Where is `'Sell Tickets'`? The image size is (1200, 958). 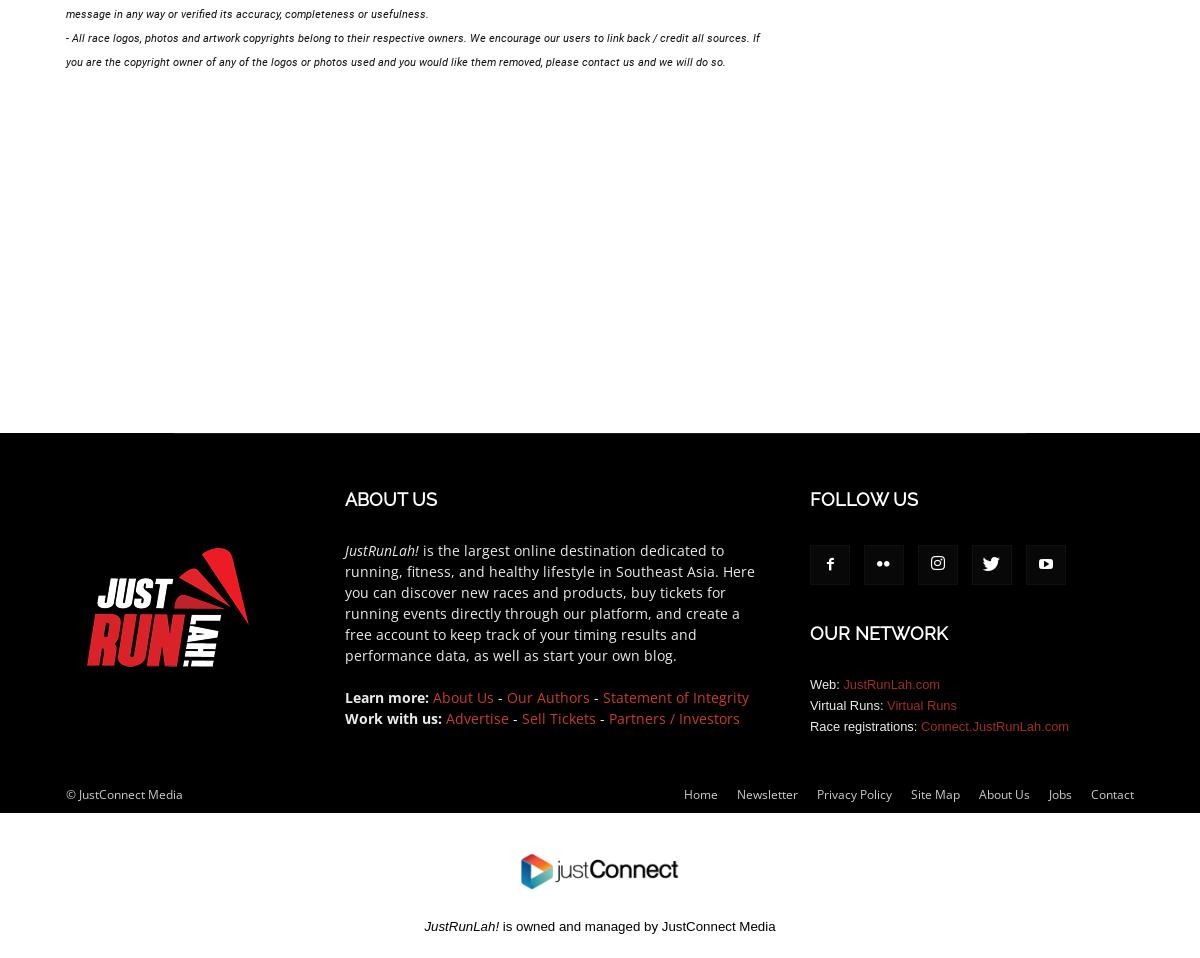 'Sell Tickets' is located at coordinates (521, 716).